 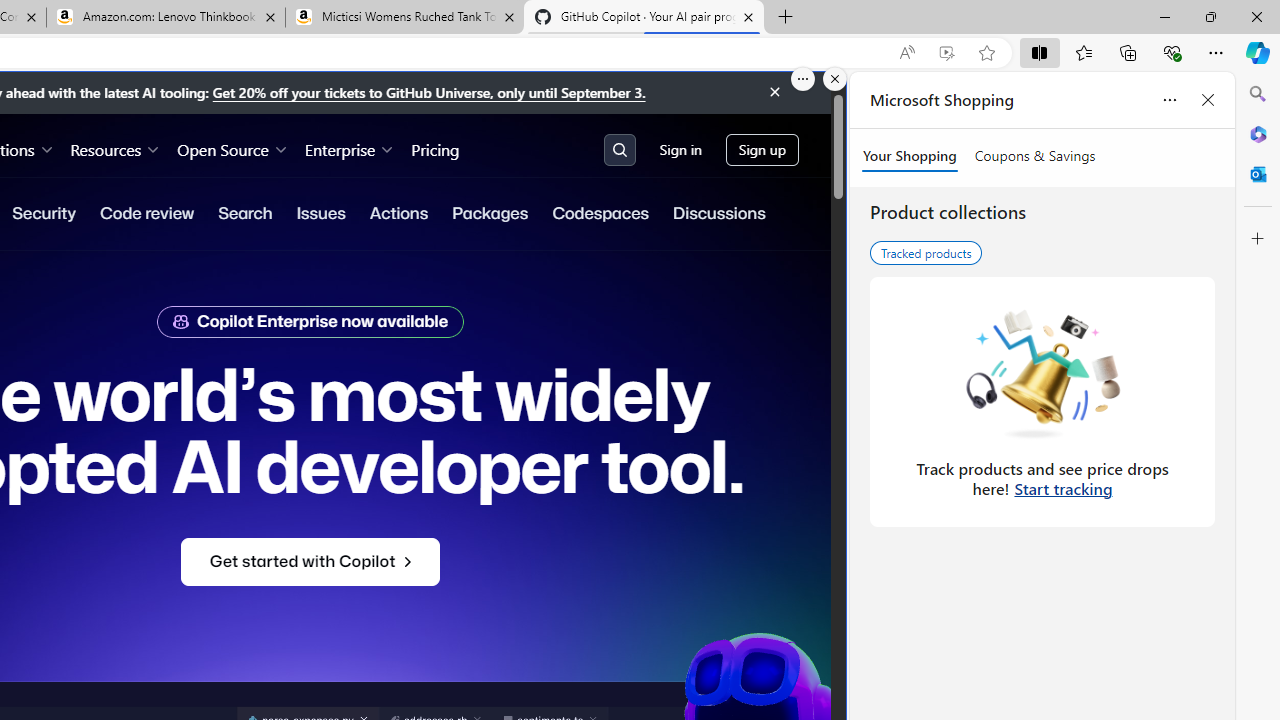 I want to click on 'Enhance video', so click(x=945, y=52).